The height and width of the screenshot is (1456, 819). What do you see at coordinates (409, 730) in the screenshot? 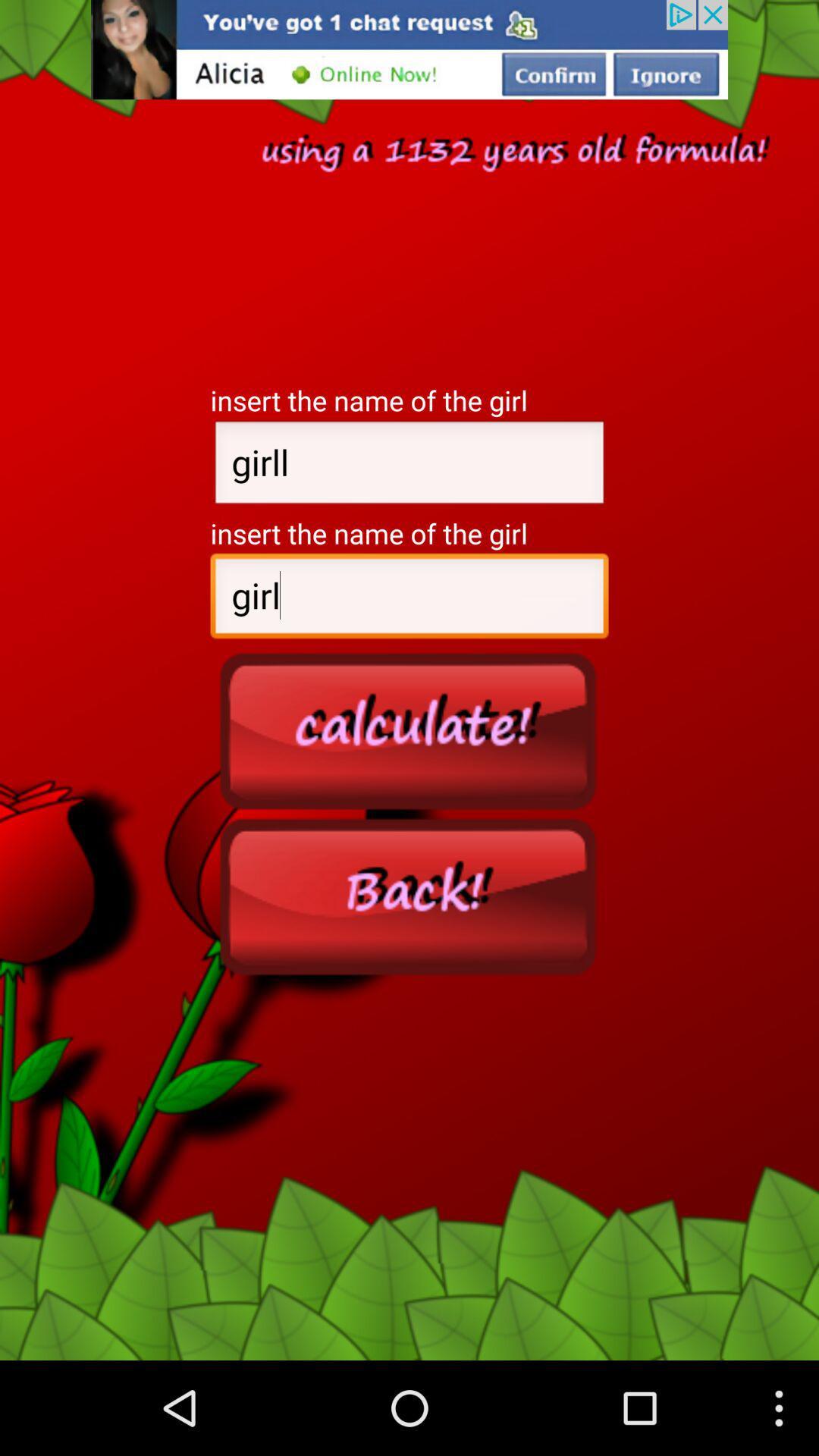
I see `calculate using formula` at bounding box center [409, 730].